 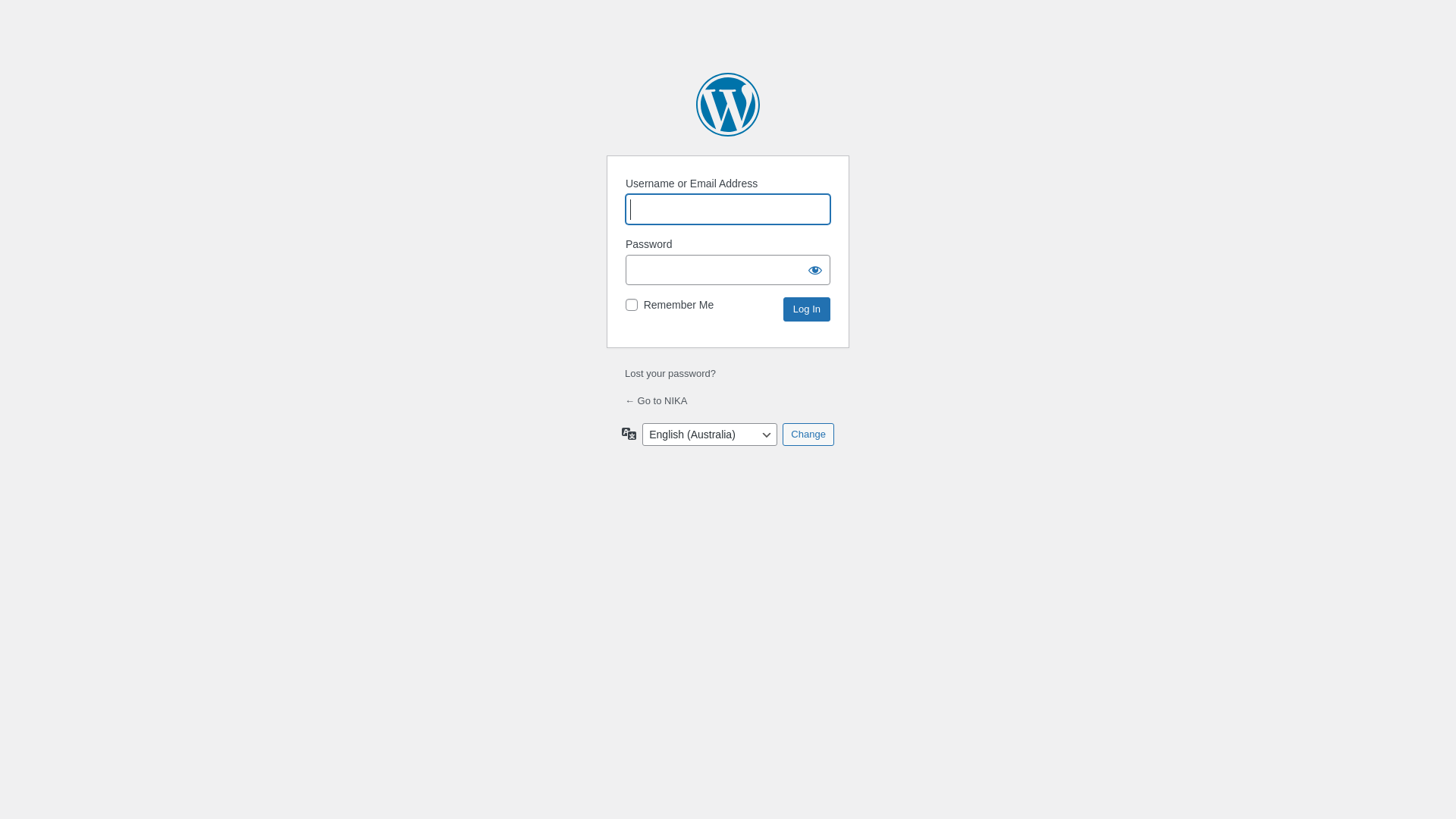 I want to click on 'Powered by WordPress', so click(x=728, y=104).